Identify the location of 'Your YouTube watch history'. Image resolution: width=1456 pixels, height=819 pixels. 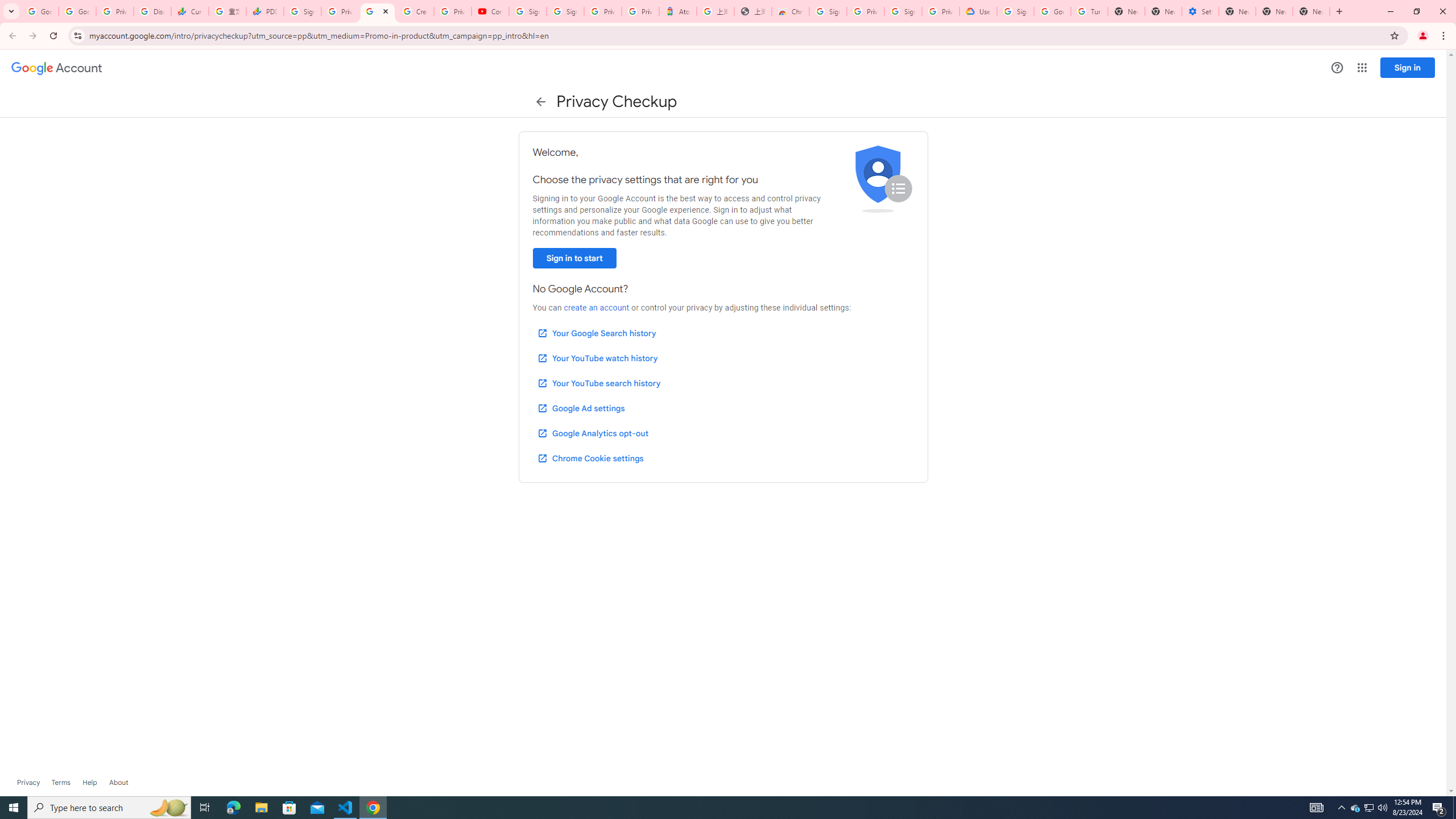
(597, 358).